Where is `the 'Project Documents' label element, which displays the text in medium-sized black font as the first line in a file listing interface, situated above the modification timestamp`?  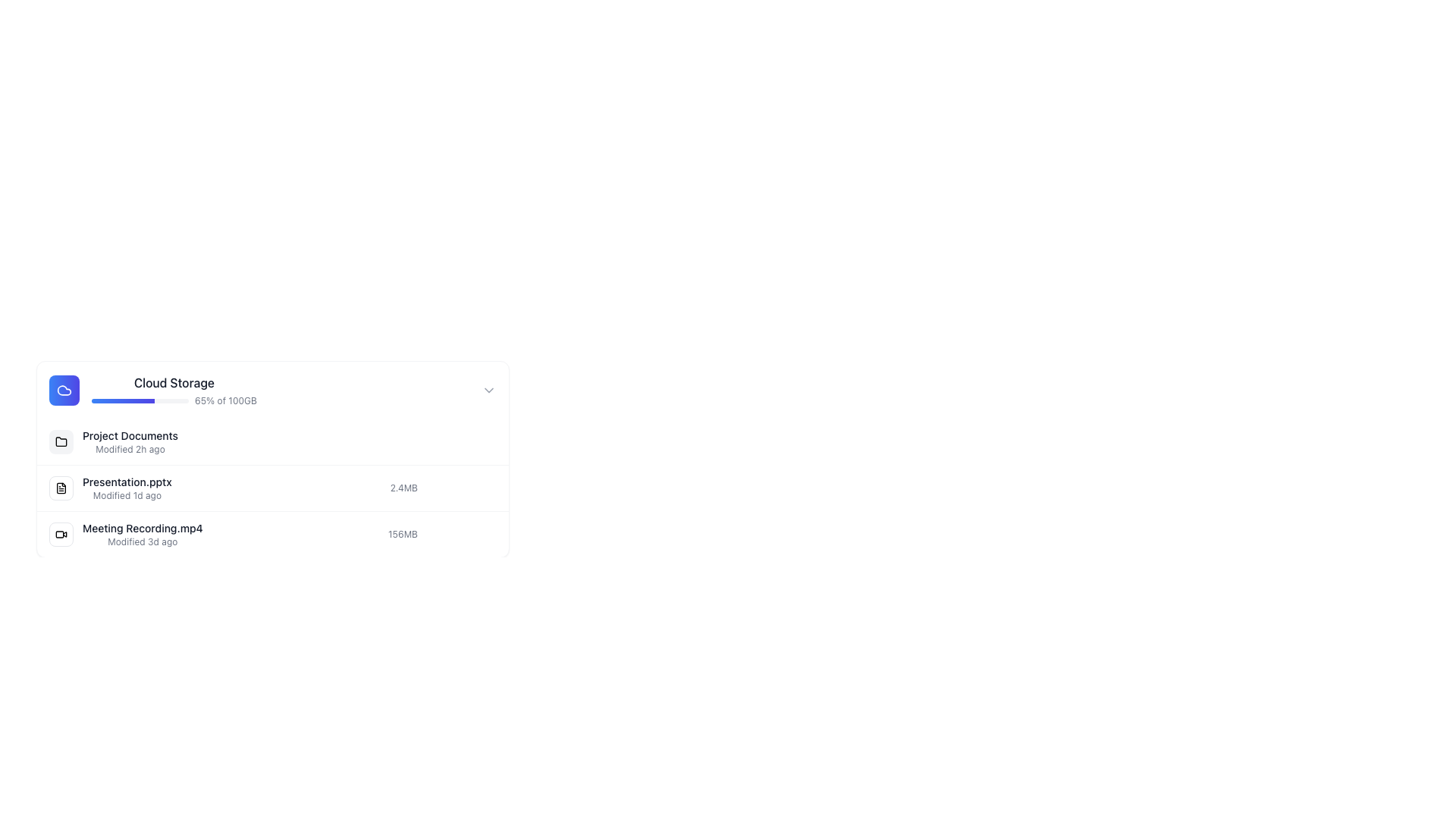 the 'Project Documents' label element, which displays the text in medium-sized black font as the first line in a file listing interface, situated above the modification timestamp is located at coordinates (130, 435).